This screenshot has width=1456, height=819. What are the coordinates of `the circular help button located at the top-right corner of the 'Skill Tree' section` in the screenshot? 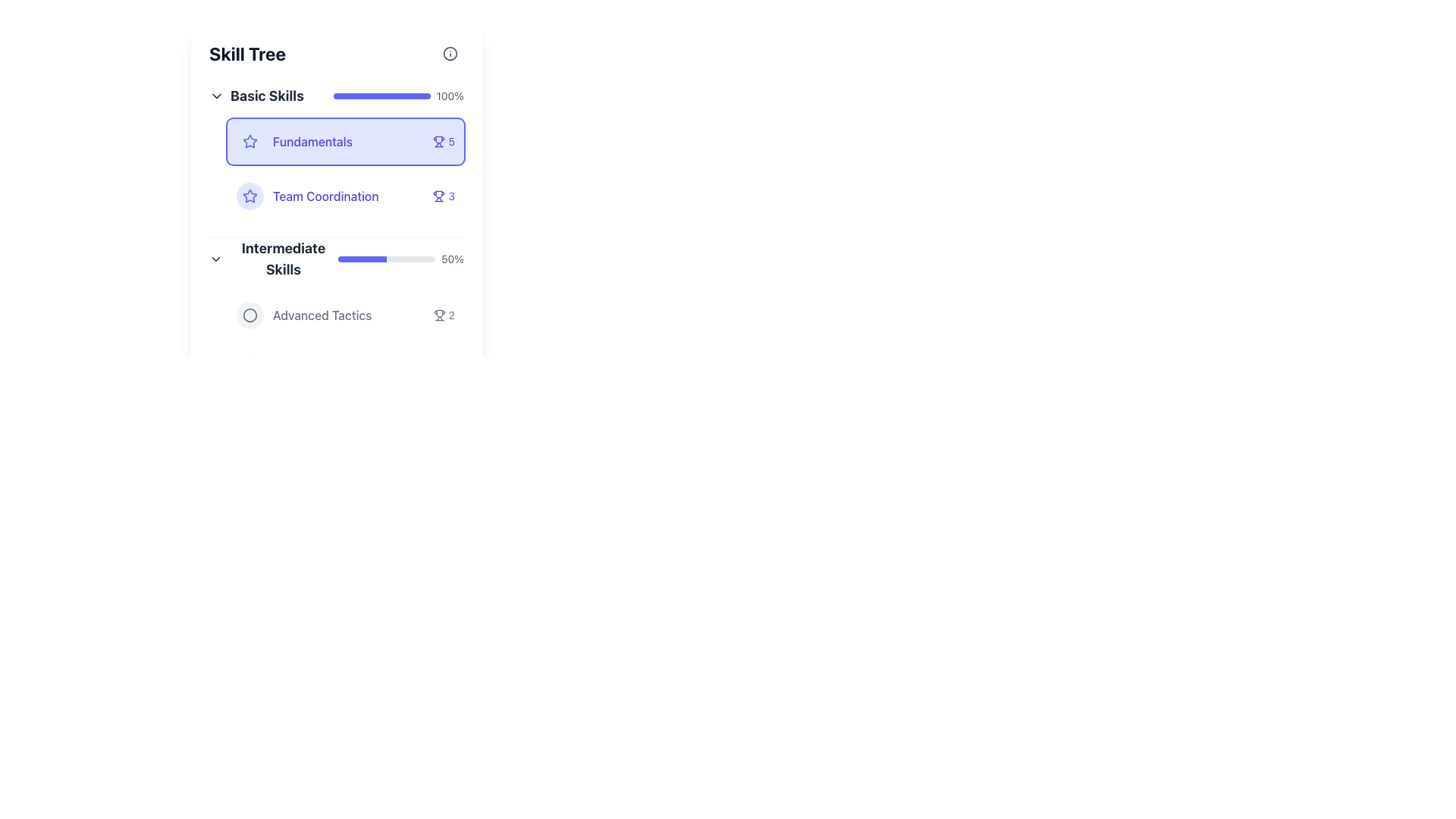 It's located at (450, 52).